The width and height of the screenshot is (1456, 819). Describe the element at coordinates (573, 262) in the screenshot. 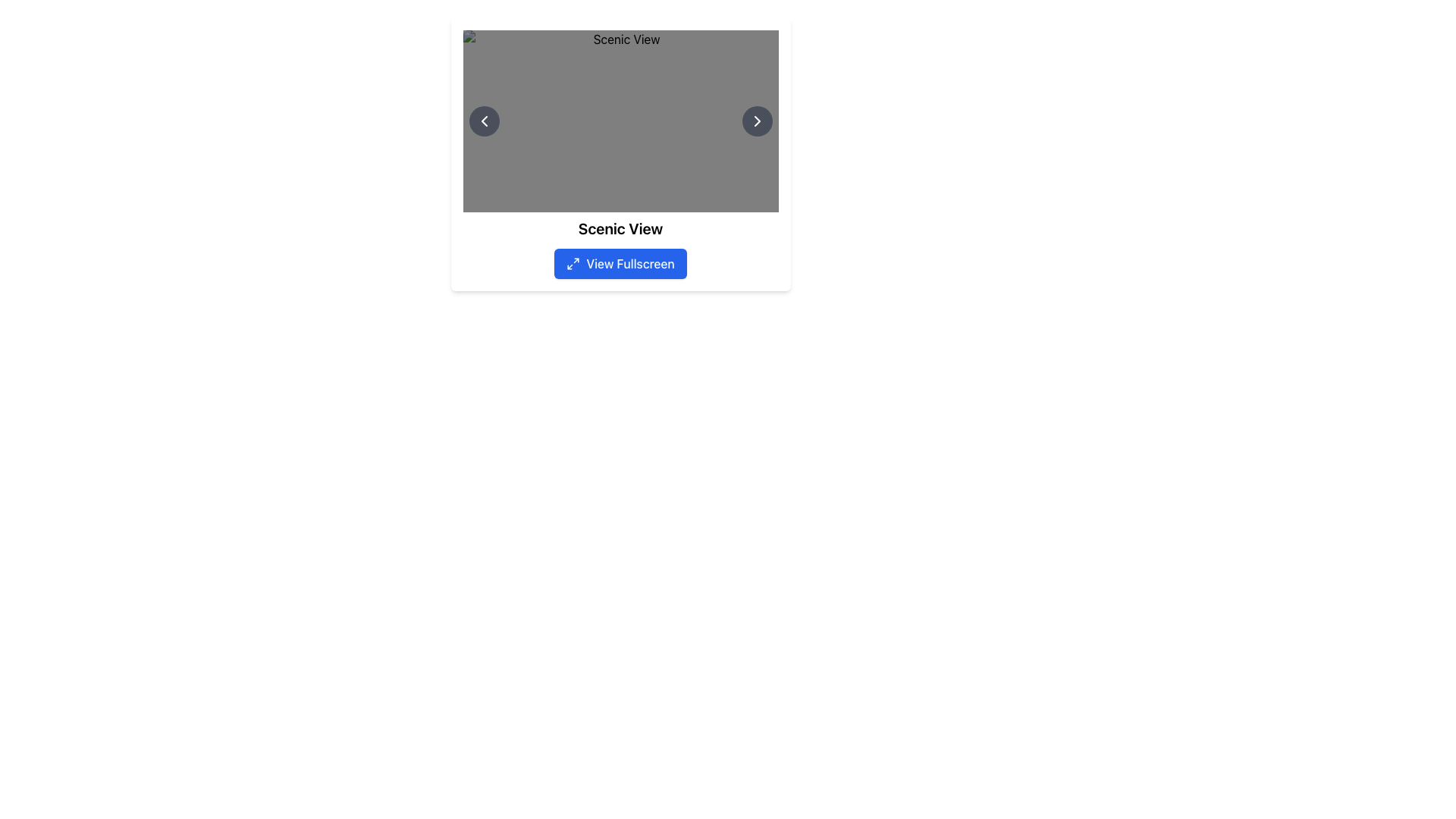

I see `the 'View Fullscreen' button icon located at the bottom of the interface, which serves as an interactive indicator for the fullscreen feature` at that location.